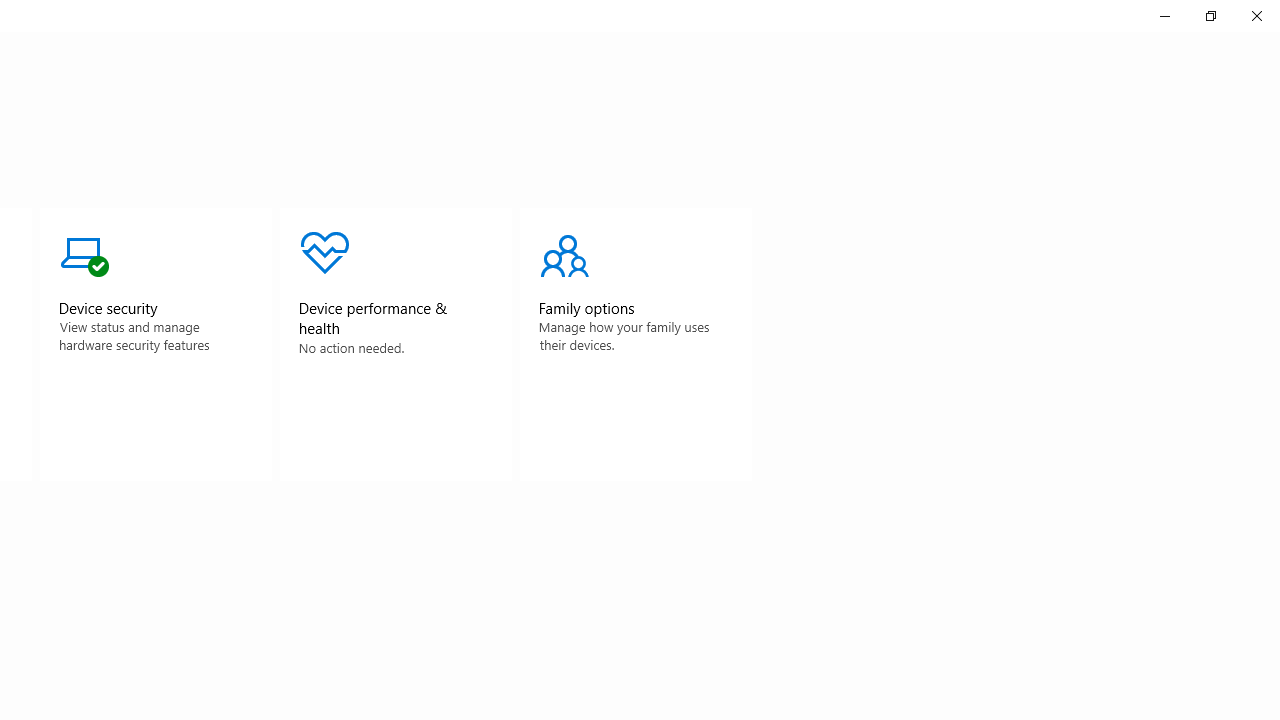  Describe the element at coordinates (154, 343) in the screenshot. I see `'Device securityNo action needed.'` at that location.